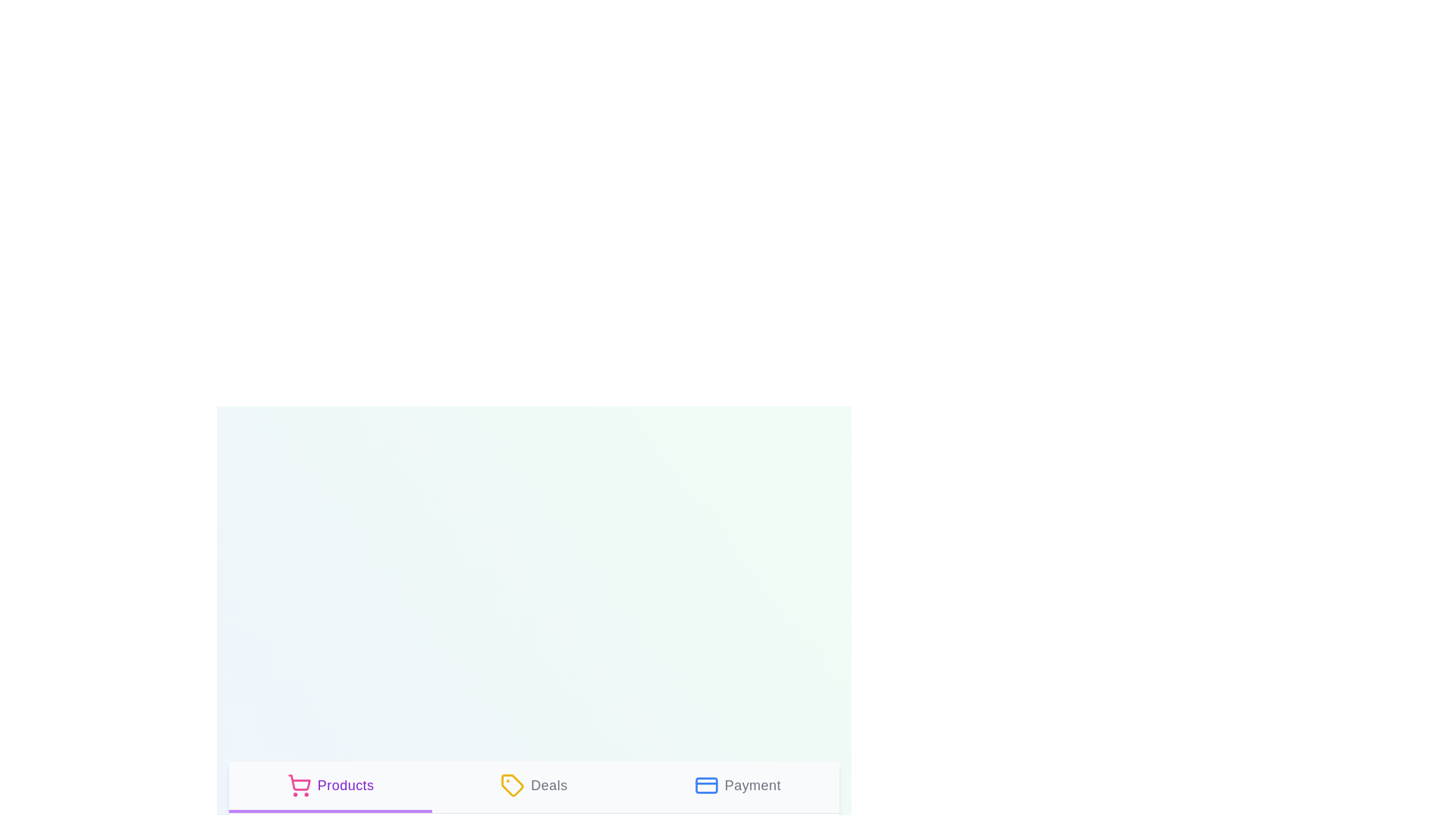 The image size is (1456, 819). I want to click on the tab labeled Deals, so click(534, 786).